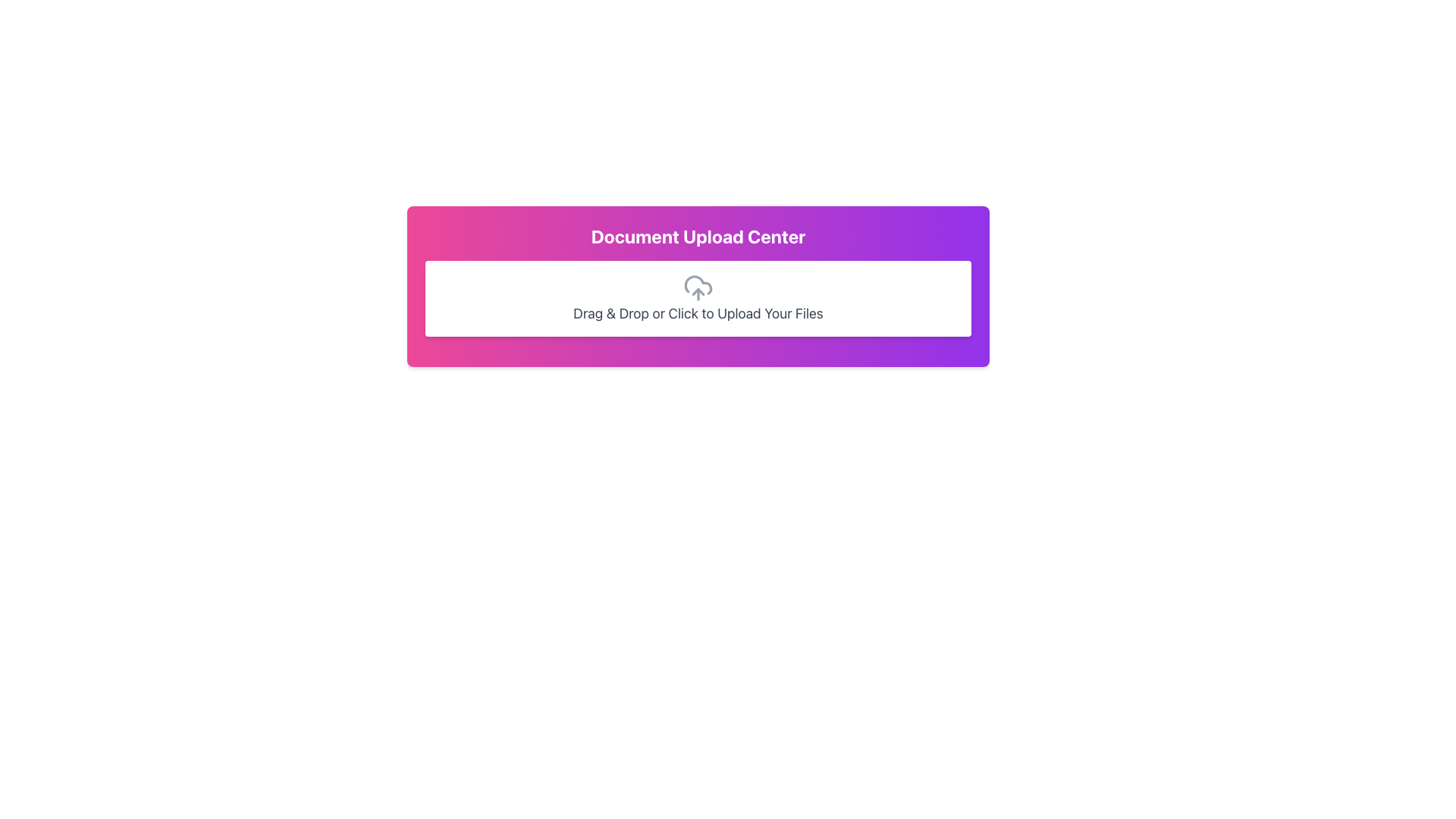 The height and width of the screenshot is (819, 1456). What do you see at coordinates (698, 287) in the screenshot?
I see `the interactive panel titled 'Document Upload Center' which has a gradient background transitioning from pink to purple and contains the upload instructions` at bounding box center [698, 287].